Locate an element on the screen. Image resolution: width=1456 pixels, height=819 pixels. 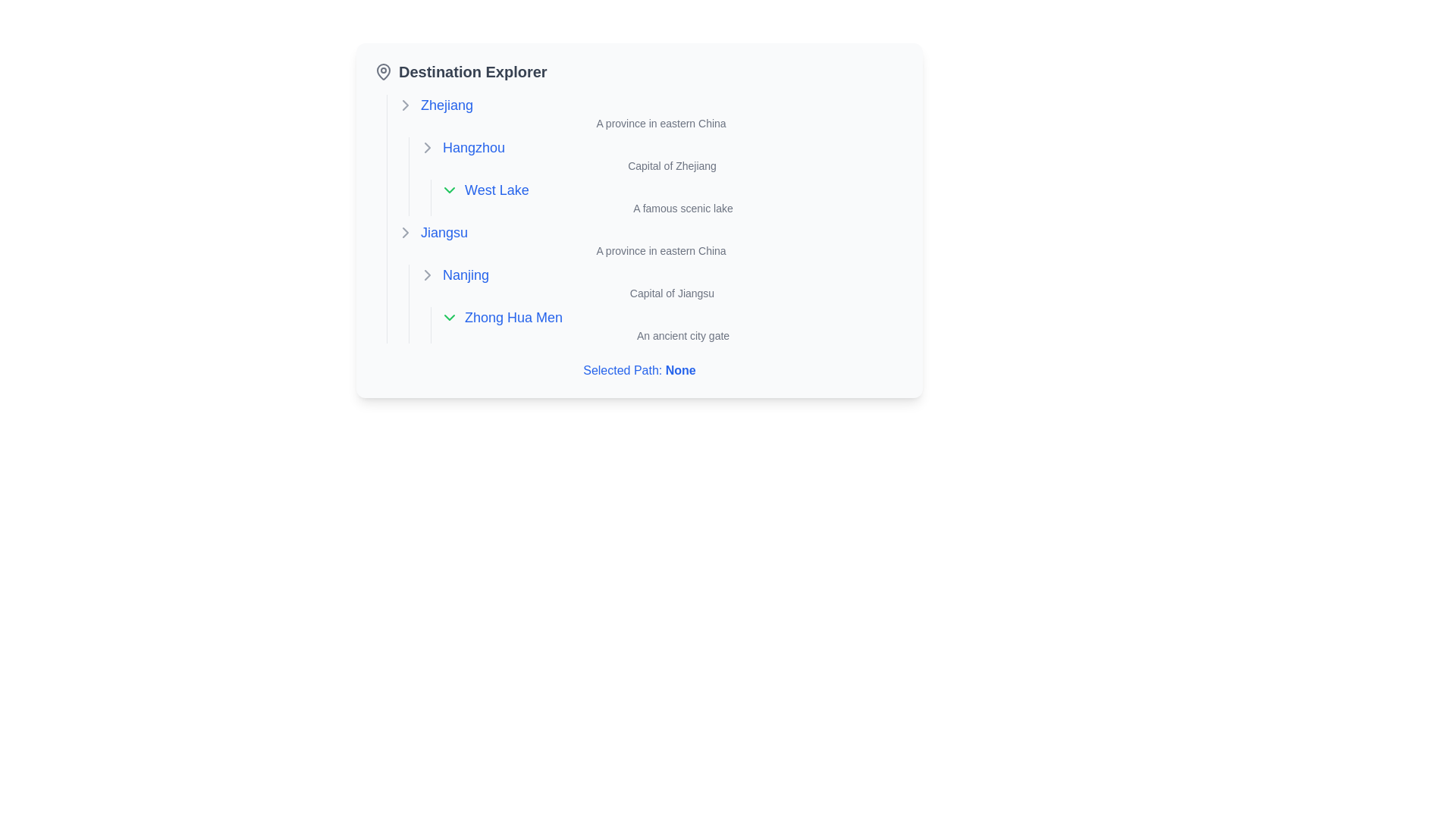
the icon located to the left of the 'Nanjing' text label in the 'Destination Explorer' interface is located at coordinates (427, 275).